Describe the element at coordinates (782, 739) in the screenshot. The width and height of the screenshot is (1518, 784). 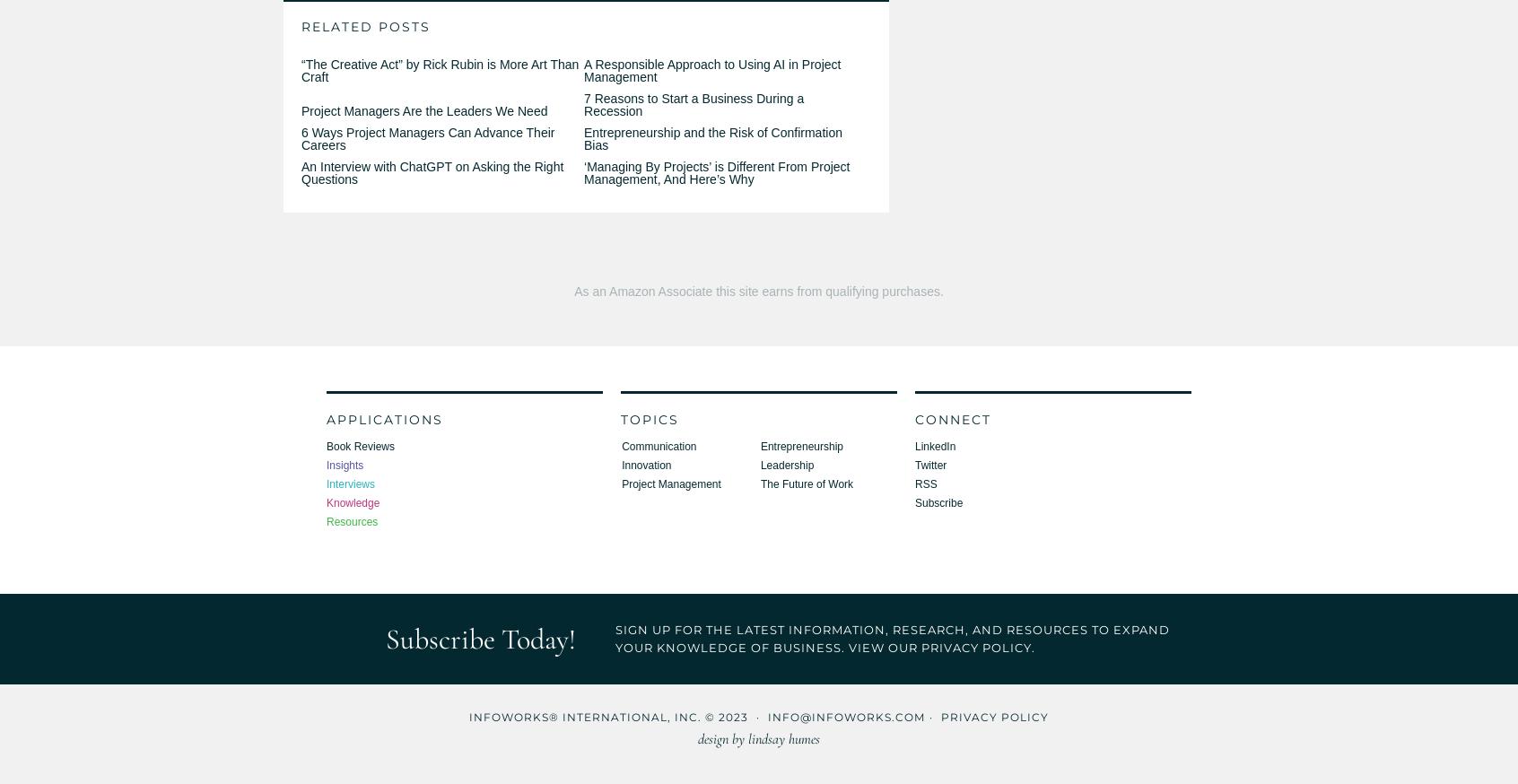
I see `'Lindsay Humes'` at that location.